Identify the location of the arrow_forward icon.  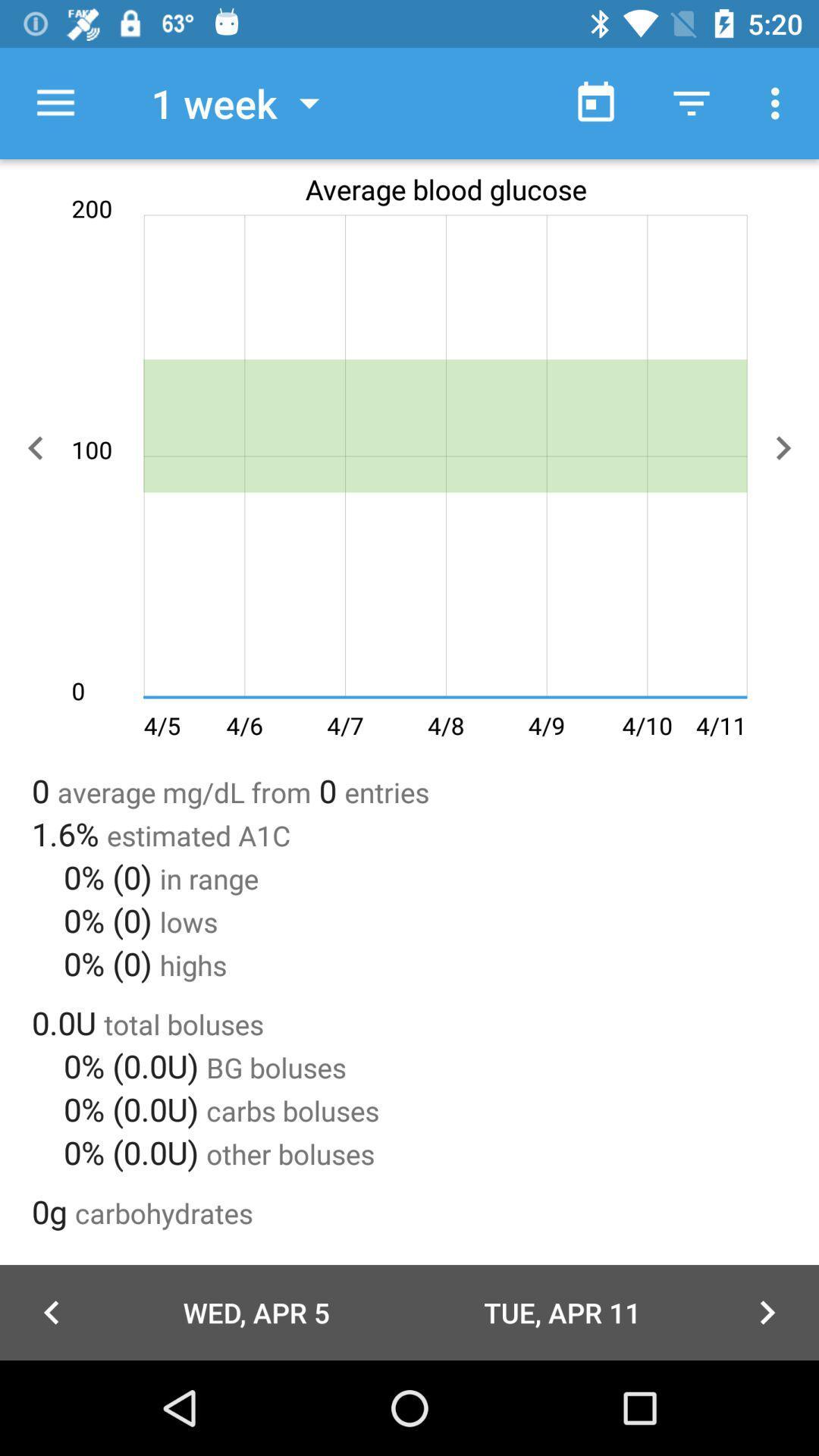
(767, 1312).